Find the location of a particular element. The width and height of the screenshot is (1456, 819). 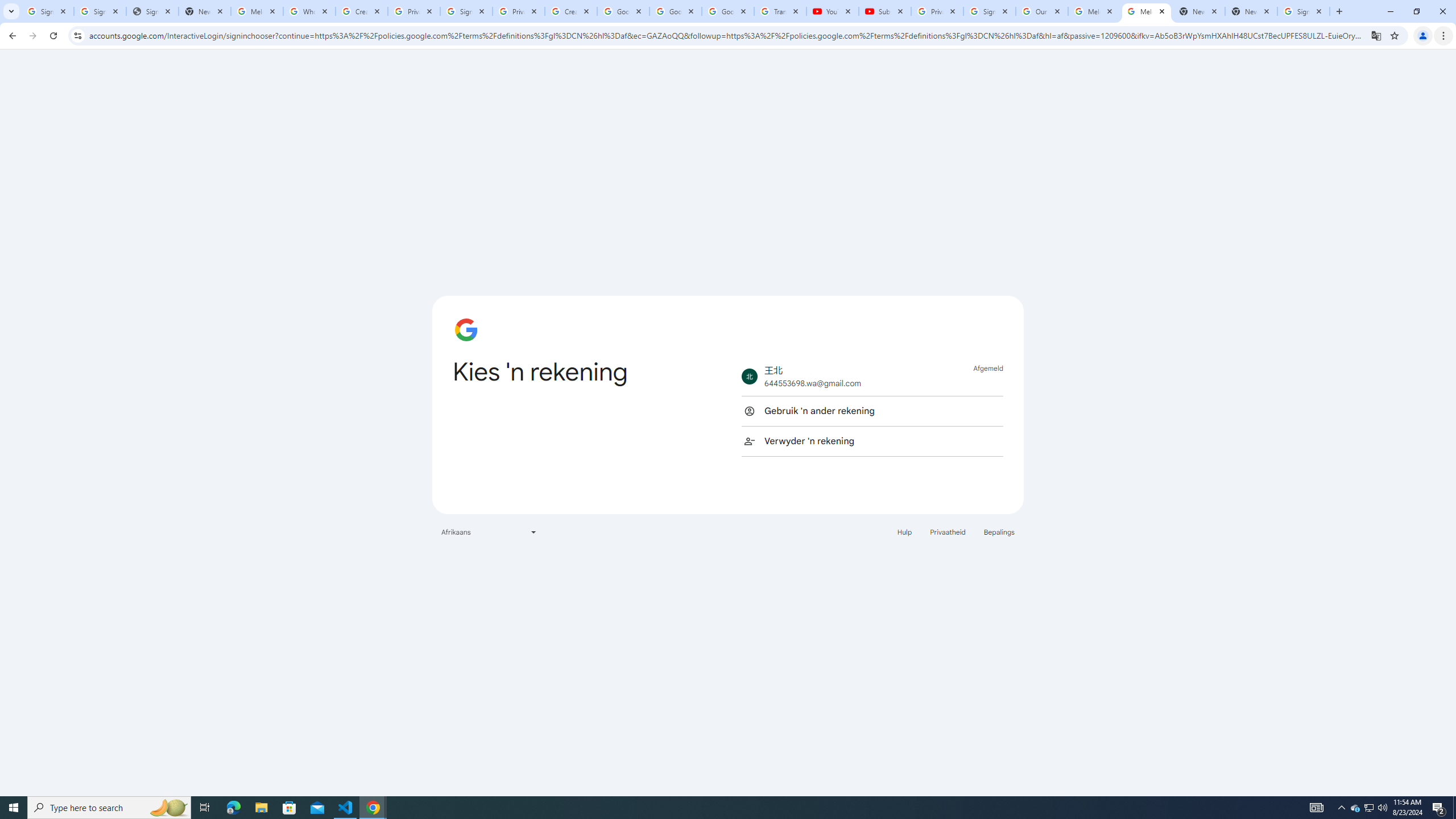

'Bepalings' is located at coordinates (999, 531).